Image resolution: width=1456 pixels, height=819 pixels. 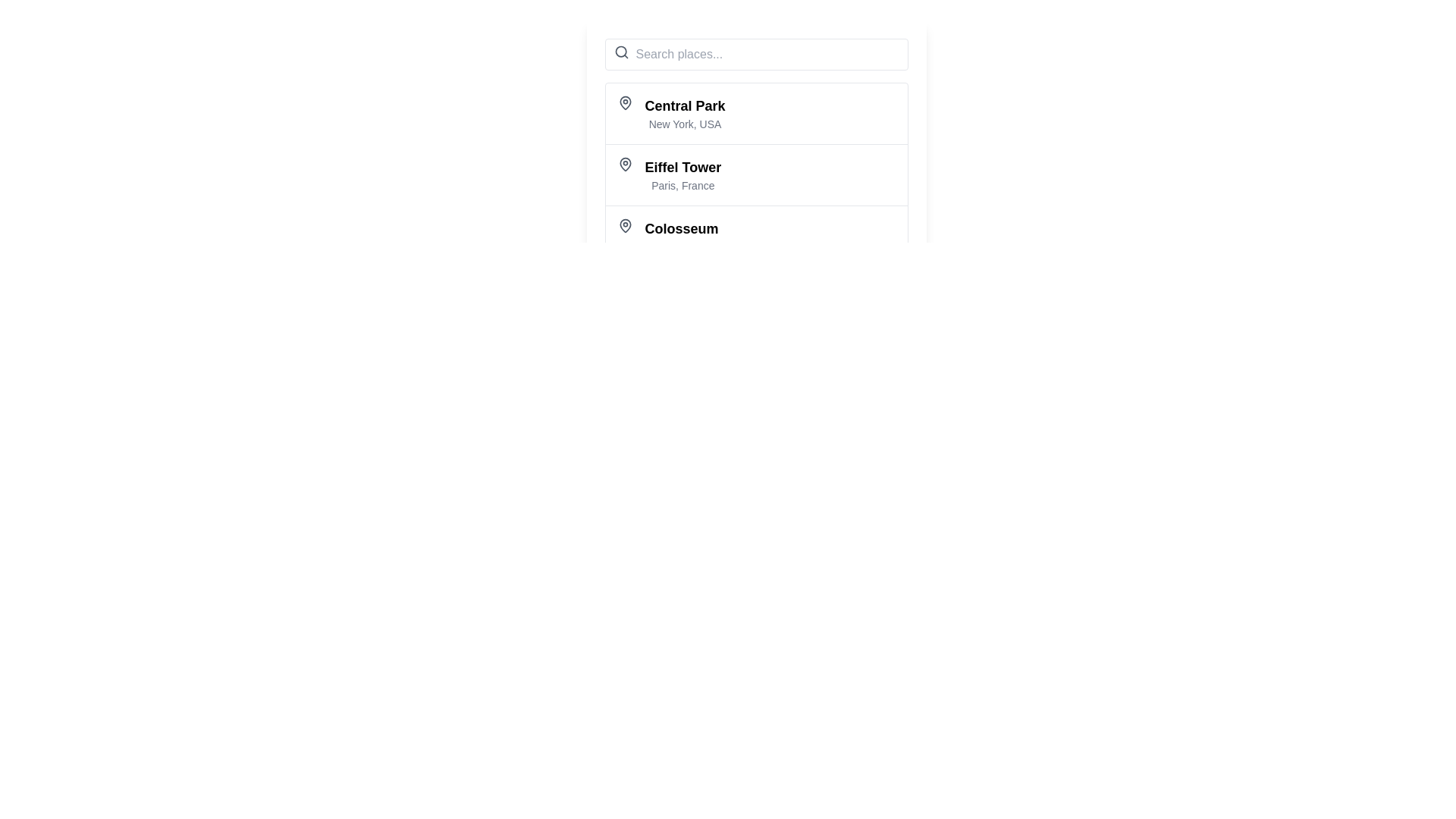 What do you see at coordinates (620, 51) in the screenshot?
I see `the decorative circular outline of the search icon located to the left of the text input field in the header area` at bounding box center [620, 51].